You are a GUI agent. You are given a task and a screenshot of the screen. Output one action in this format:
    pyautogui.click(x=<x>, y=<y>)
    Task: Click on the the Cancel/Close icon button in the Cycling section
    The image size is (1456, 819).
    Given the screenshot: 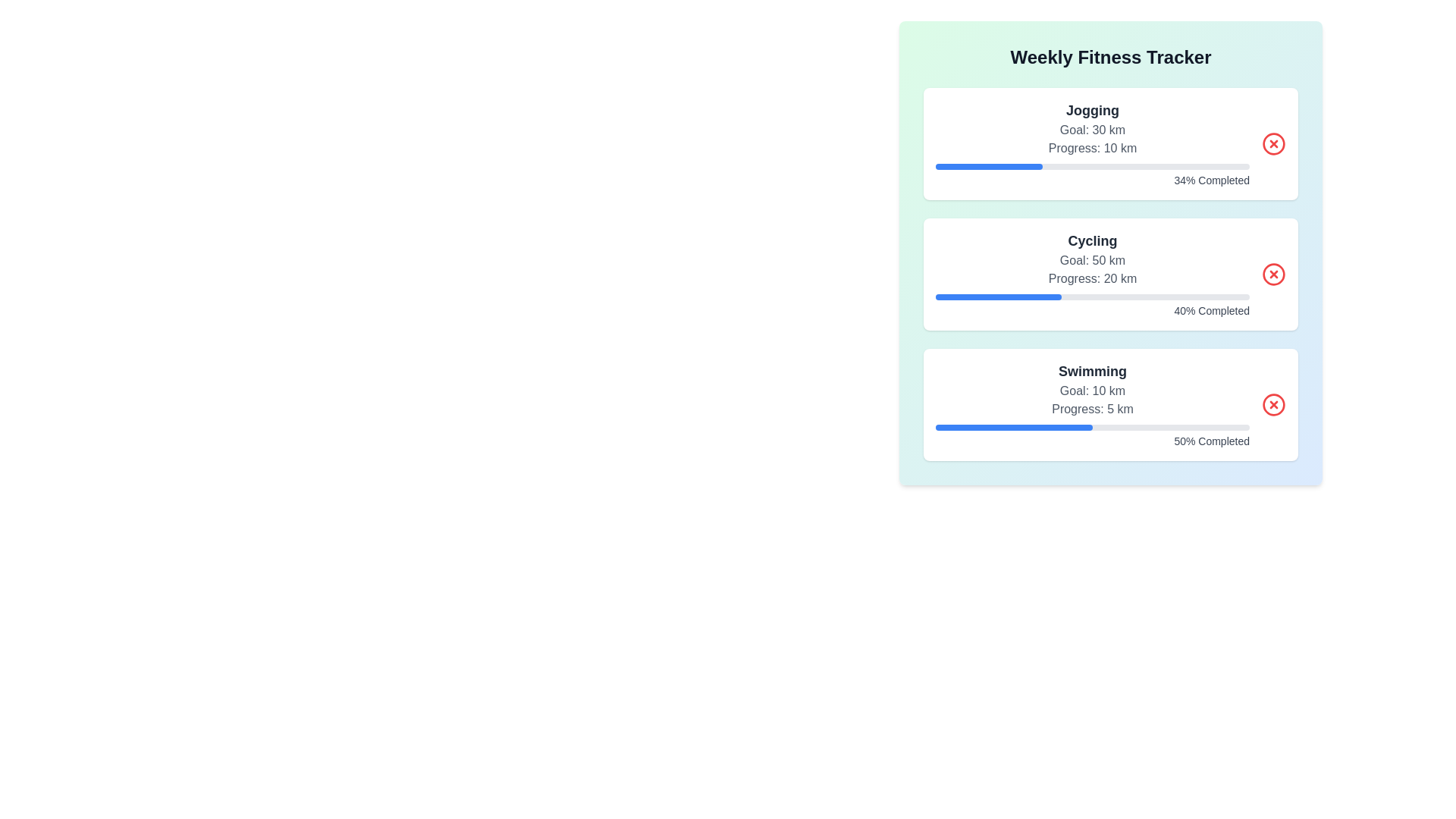 What is the action you would take?
    pyautogui.click(x=1274, y=275)
    